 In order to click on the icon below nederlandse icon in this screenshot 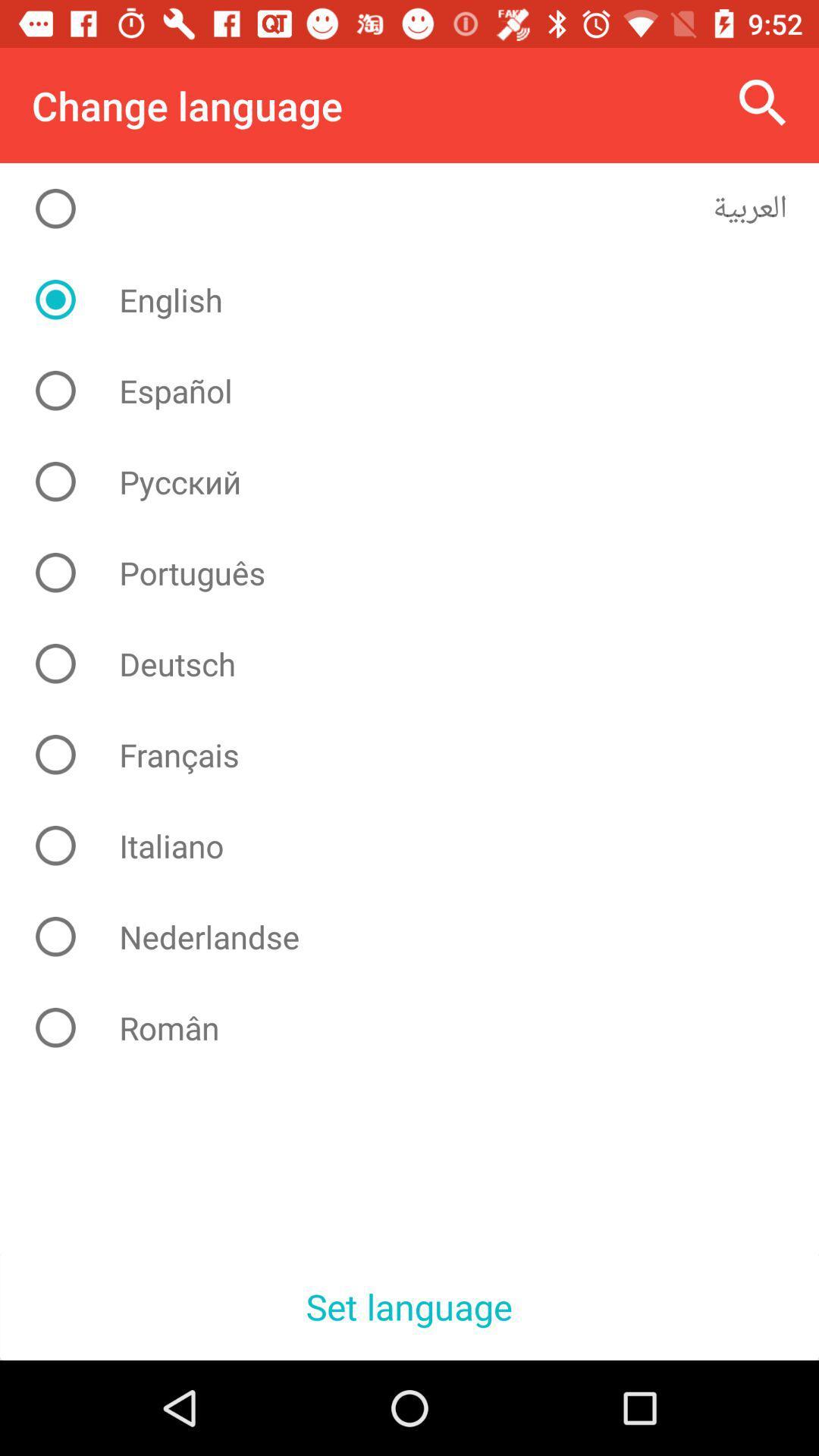, I will do `click(421, 1028)`.